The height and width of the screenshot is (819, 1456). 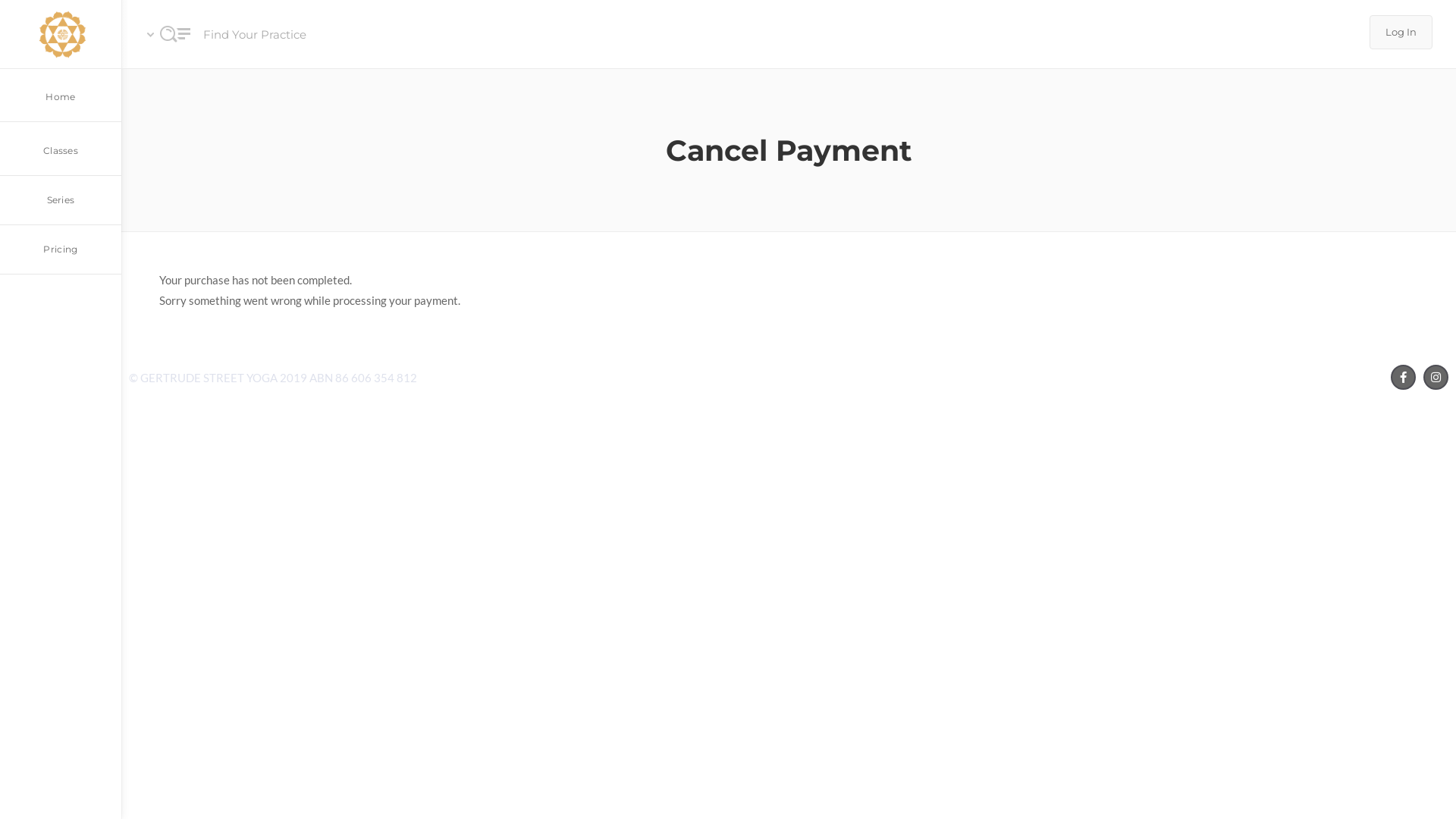 What do you see at coordinates (61, 199) in the screenshot?
I see `'Series'` at bounding box center [61, 199].